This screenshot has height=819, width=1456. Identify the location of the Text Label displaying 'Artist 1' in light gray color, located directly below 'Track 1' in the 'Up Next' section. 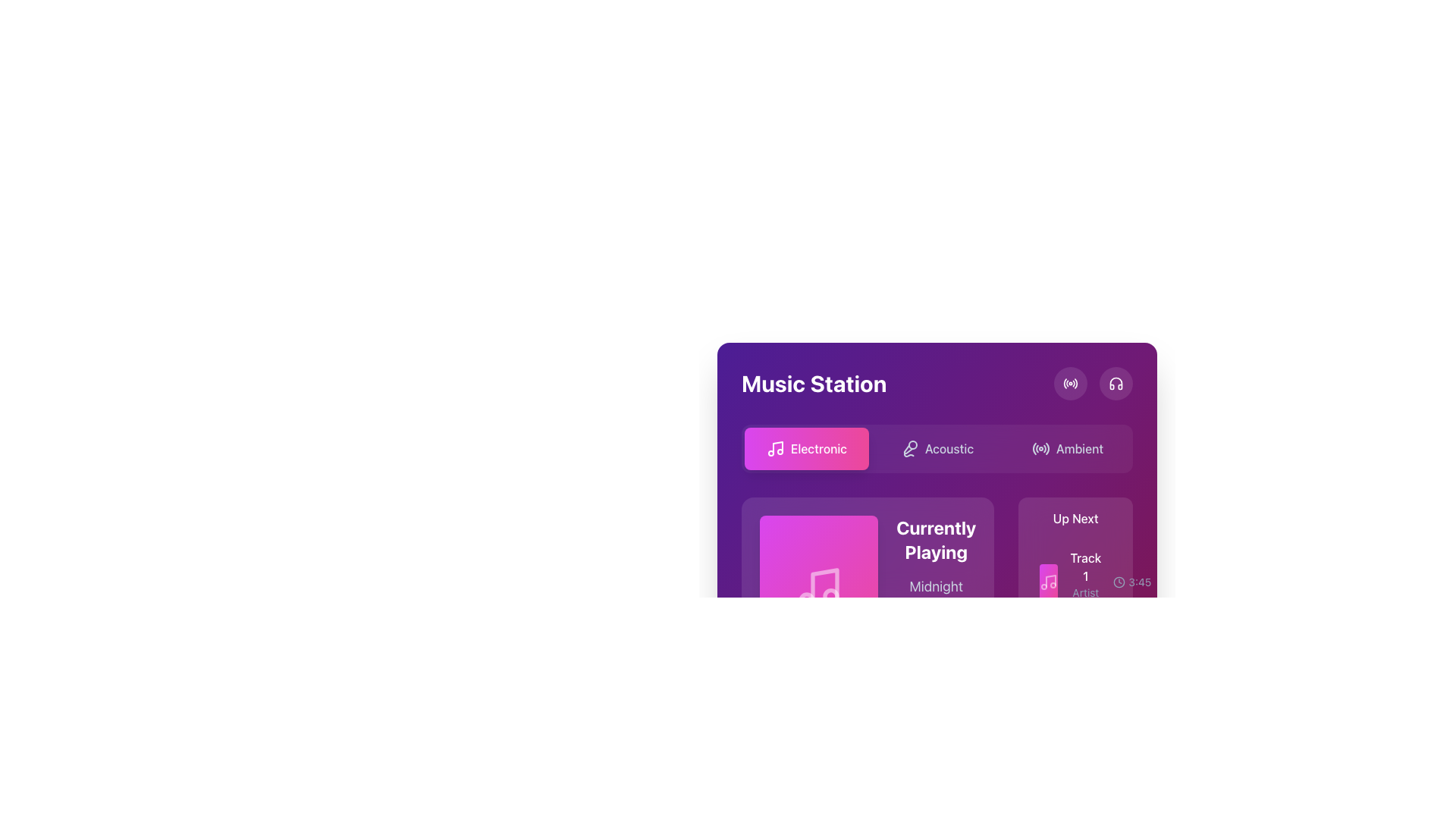
(1084, 599).